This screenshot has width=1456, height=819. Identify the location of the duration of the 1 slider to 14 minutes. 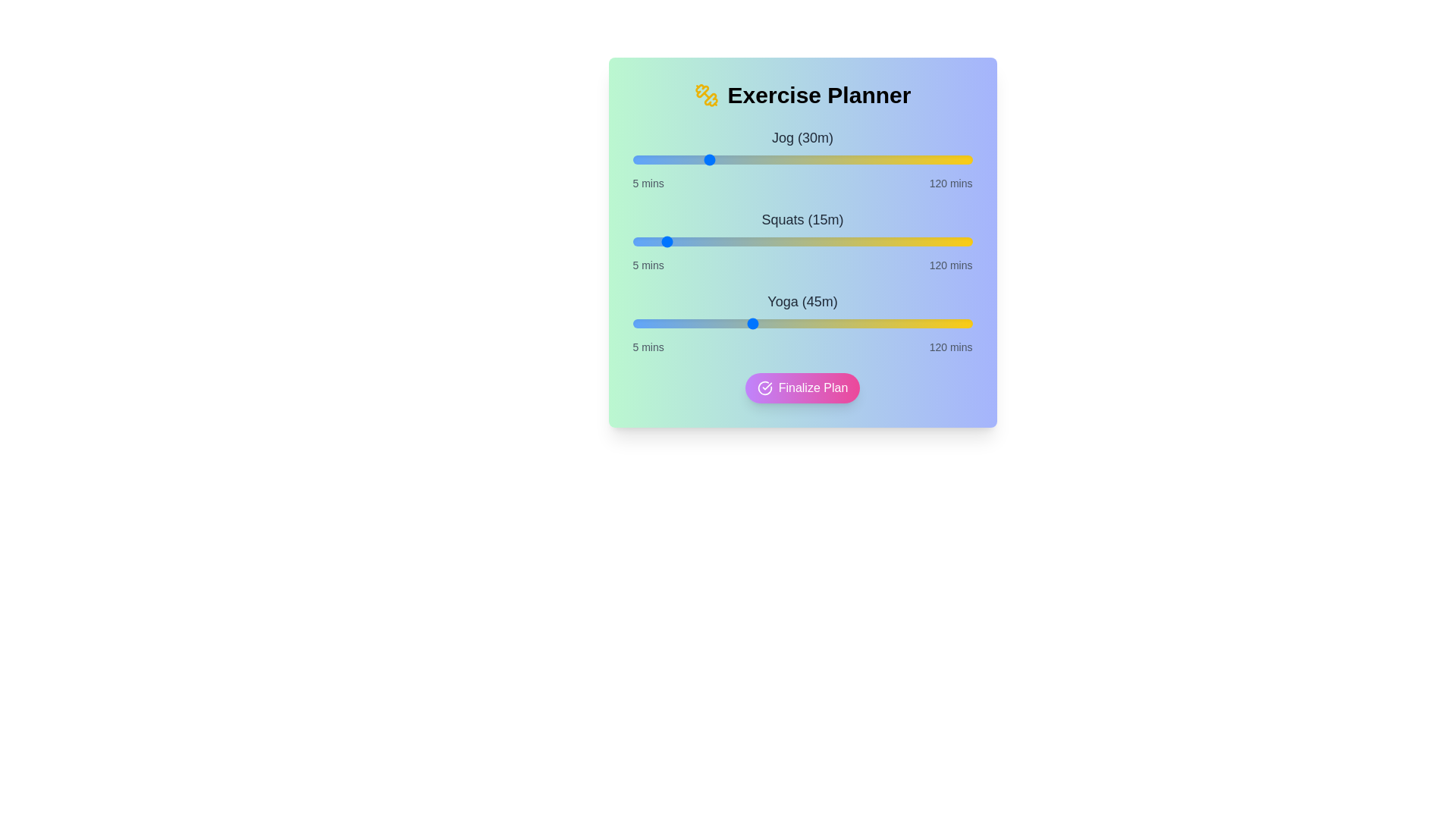
(659, 241).